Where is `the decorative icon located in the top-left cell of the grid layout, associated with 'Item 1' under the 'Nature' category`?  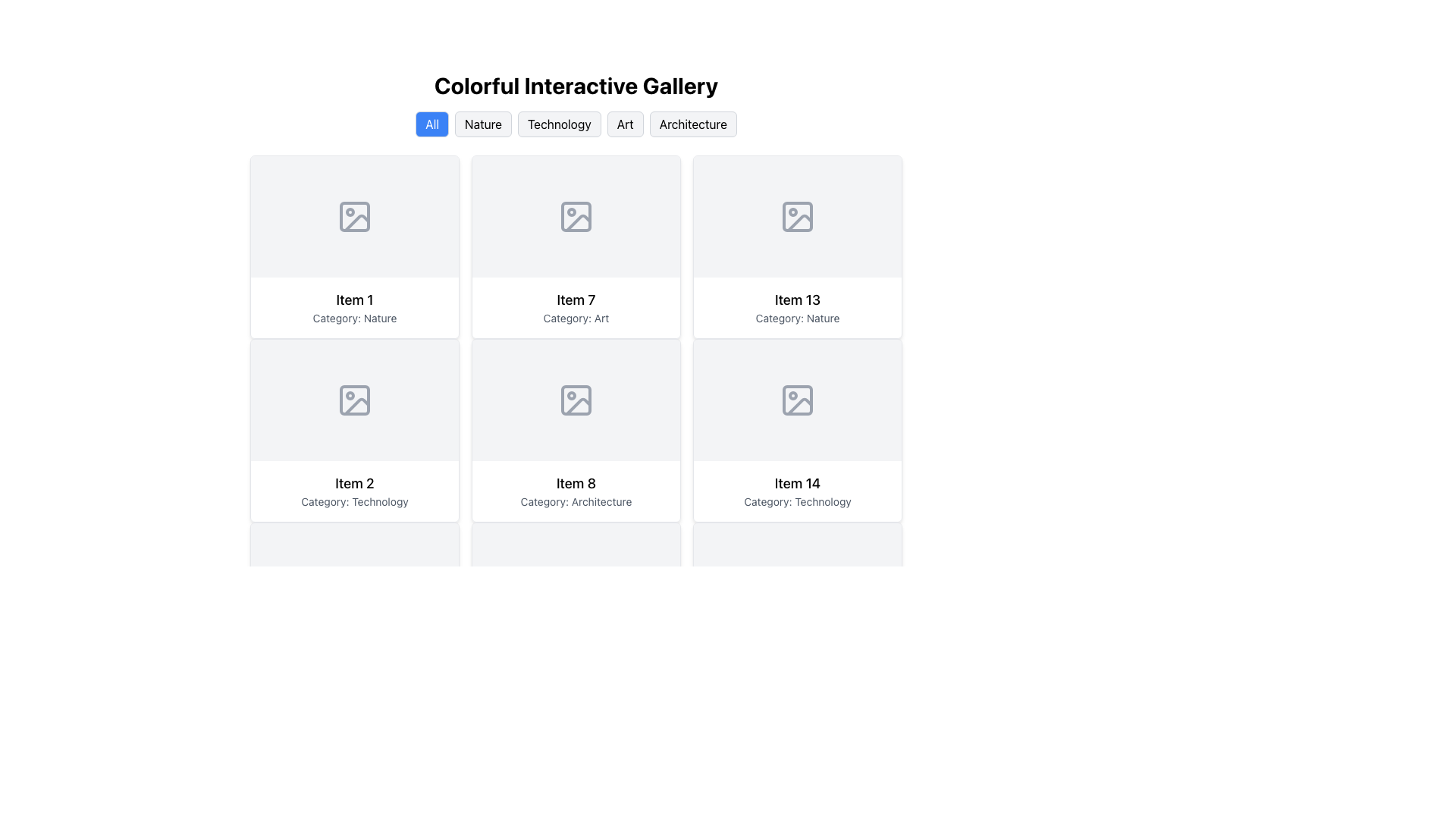
the decorative icon located in the top-left cell of the grid layout, associated with 'Item 1' under the 'Nature' category is located at coordinates (353, 216).